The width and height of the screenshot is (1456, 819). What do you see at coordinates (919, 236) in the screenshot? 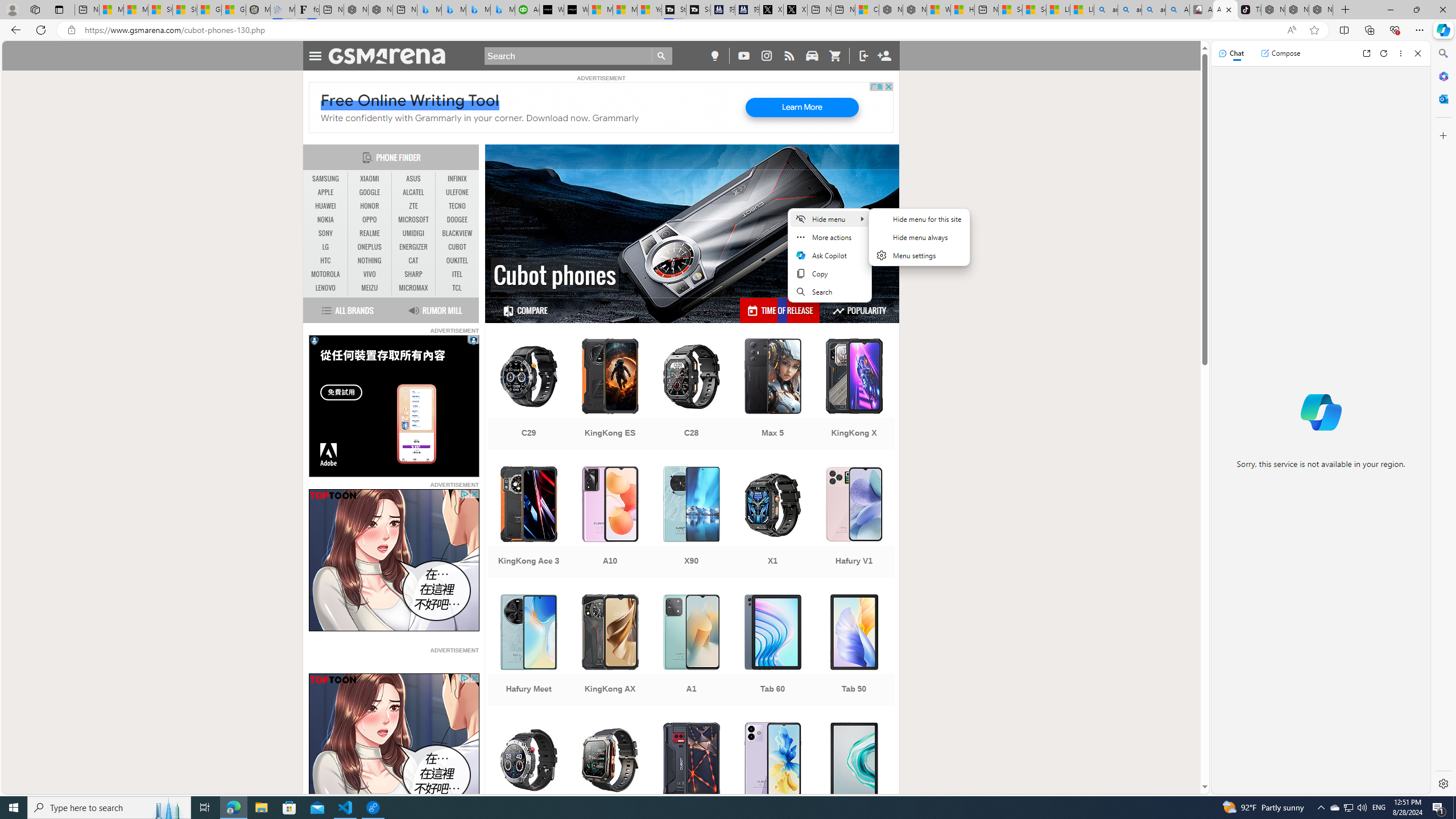
I see `'Hide menu always'` at bounding box center [919, 236].